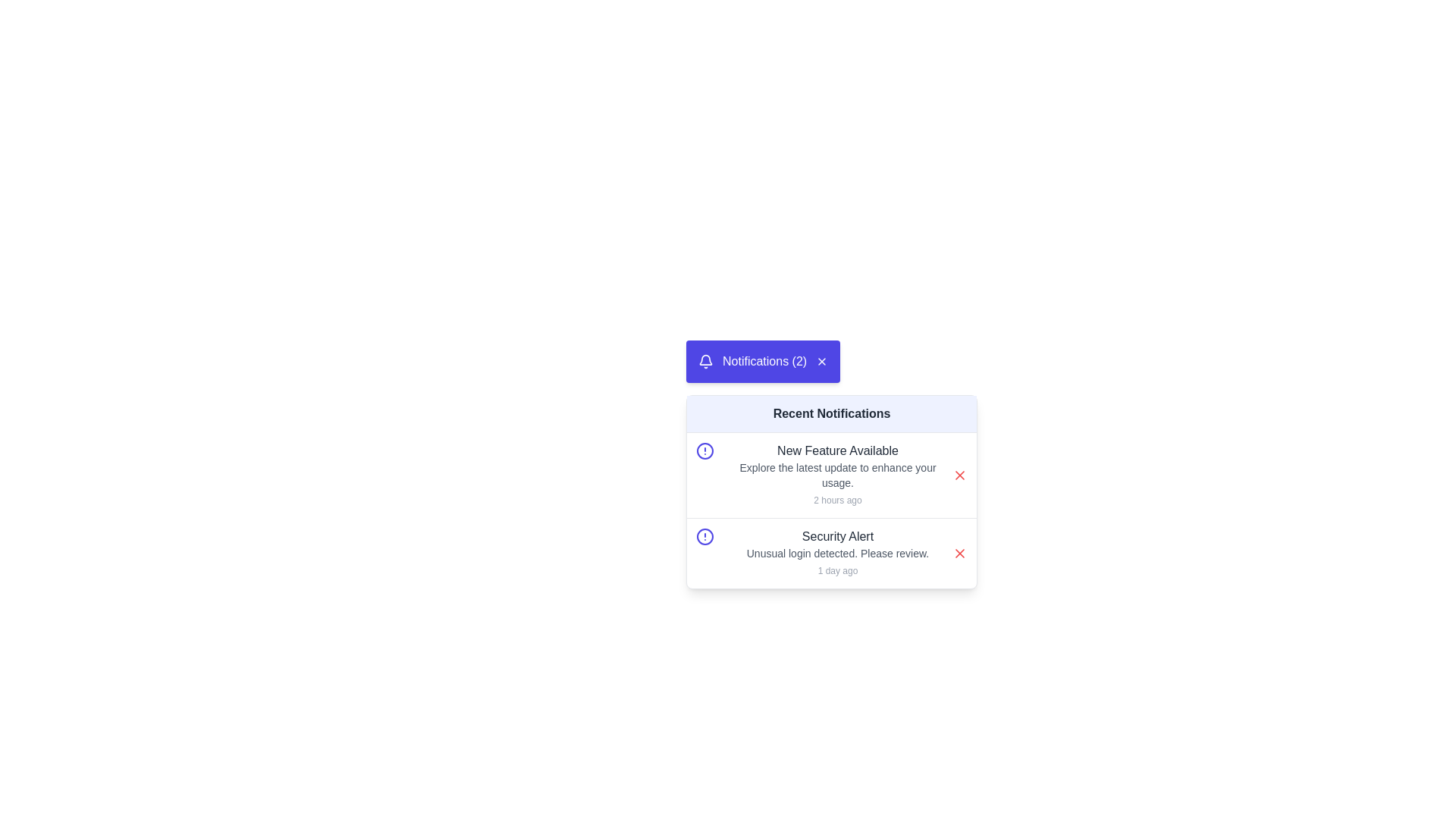 This screenshot has width=1456, height=819. I want to click on the title text of the first notification in the 'Recent Notifications' section, which summarizes the notification's content, so click(836, 450).